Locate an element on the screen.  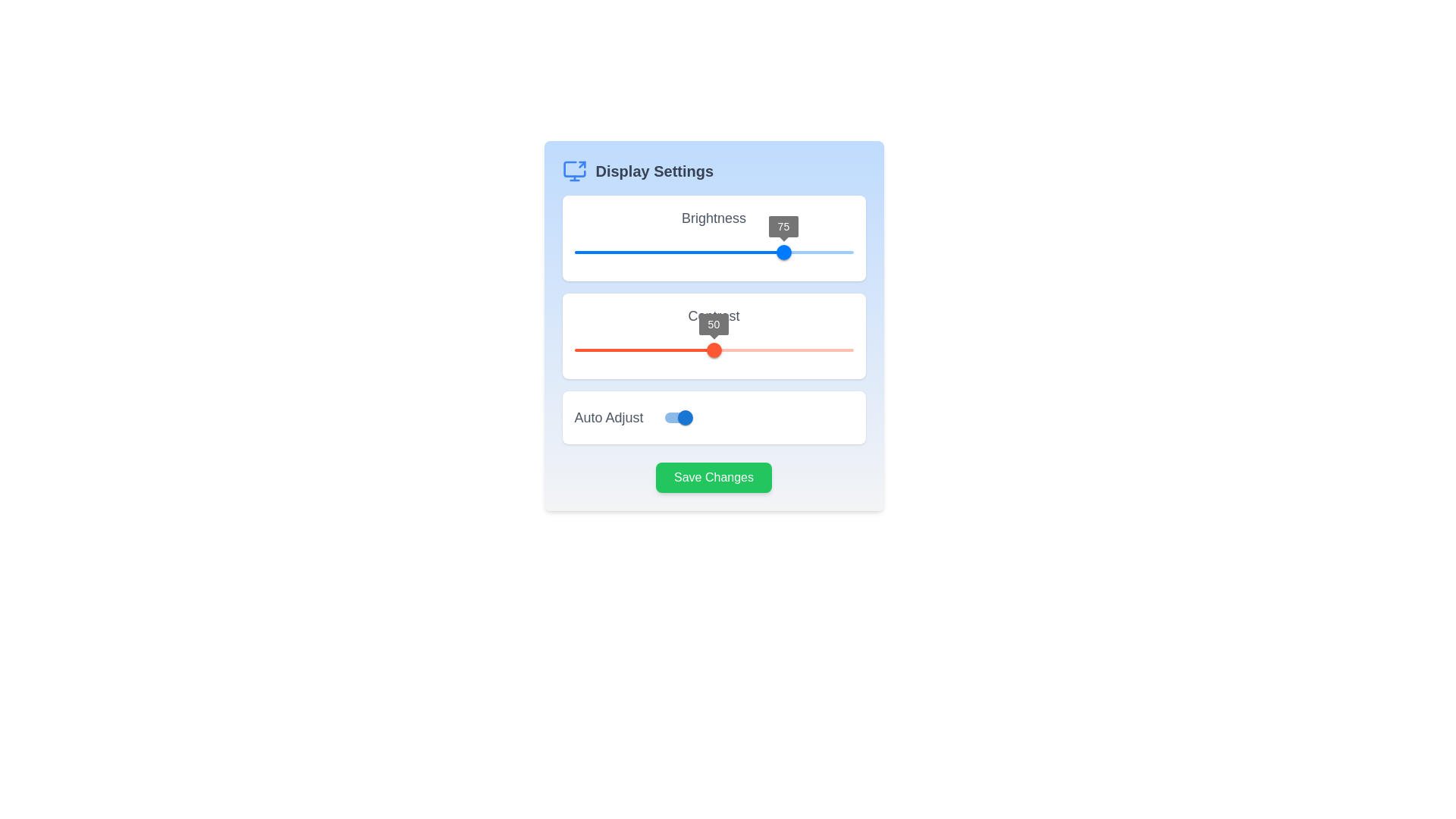
contrast is located at coordinates (816, 350).